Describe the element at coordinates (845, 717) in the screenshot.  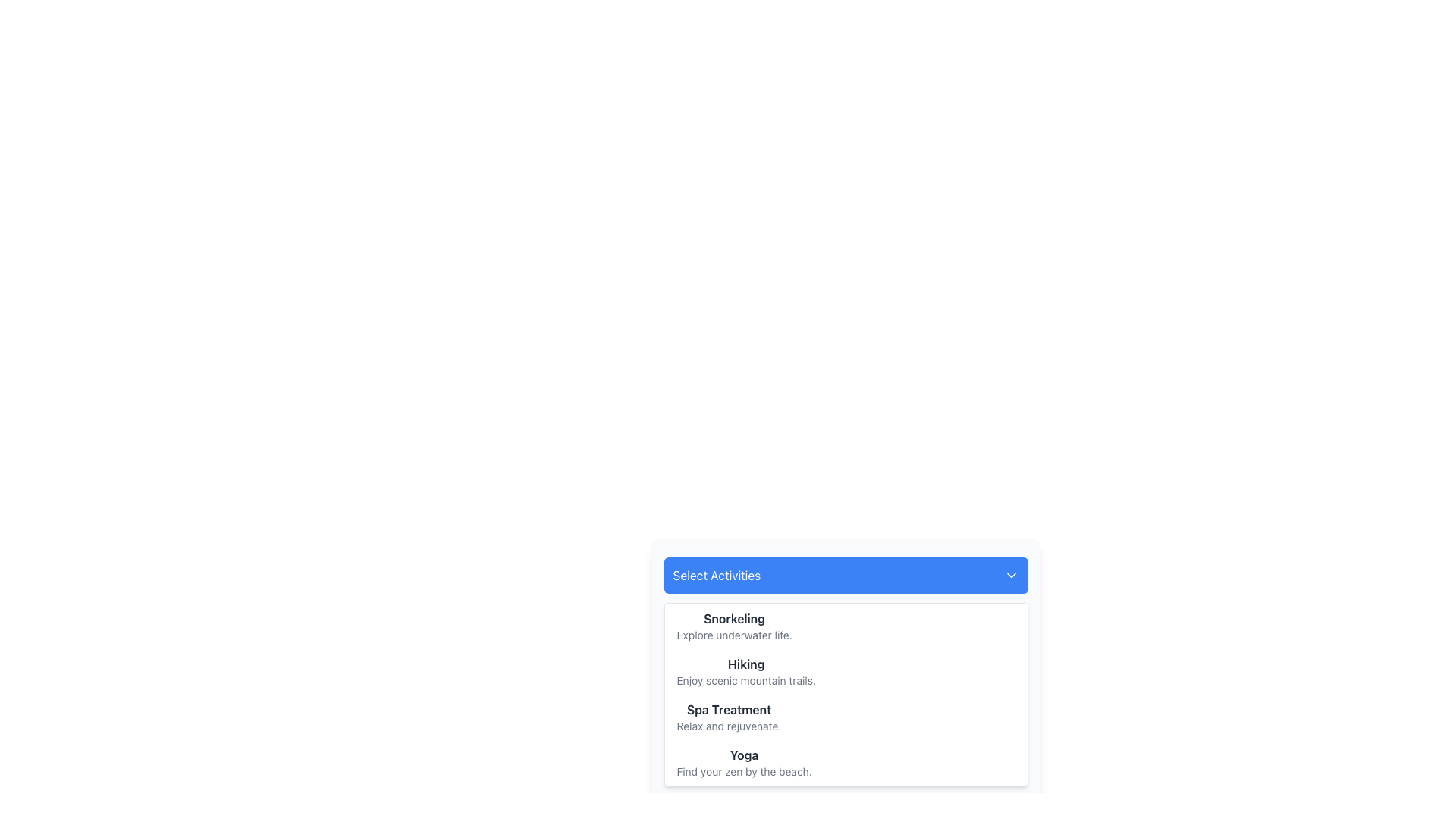
I see `the 'Spa Treatment' menu option, which is the third selectable activity in the list` at that location.